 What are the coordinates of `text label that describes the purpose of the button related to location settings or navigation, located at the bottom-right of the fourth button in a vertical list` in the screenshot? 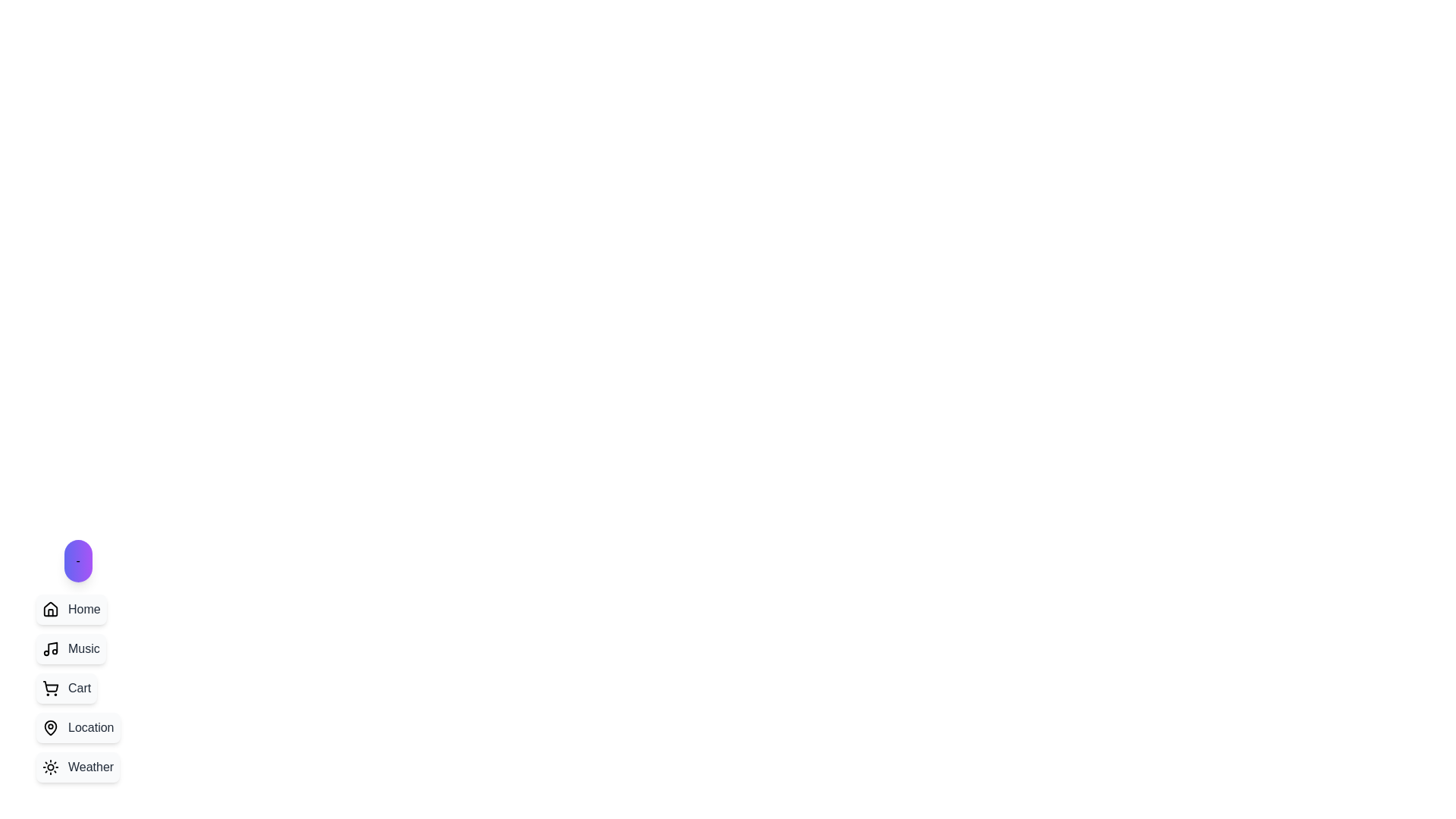 It's located at (90, 727).